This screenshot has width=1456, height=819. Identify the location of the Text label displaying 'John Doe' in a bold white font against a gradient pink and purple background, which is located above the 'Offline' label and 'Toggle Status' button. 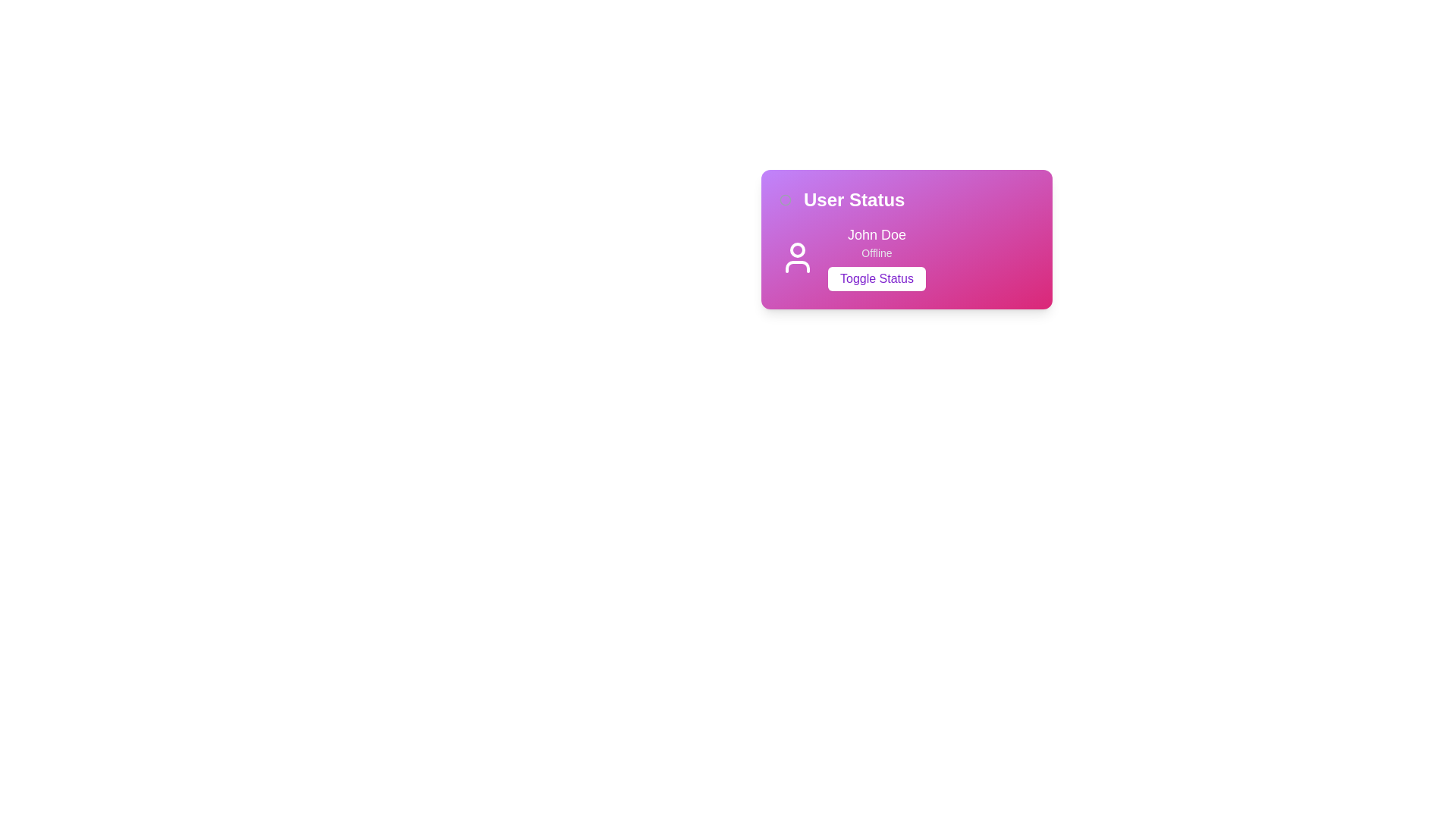
(877, 234).